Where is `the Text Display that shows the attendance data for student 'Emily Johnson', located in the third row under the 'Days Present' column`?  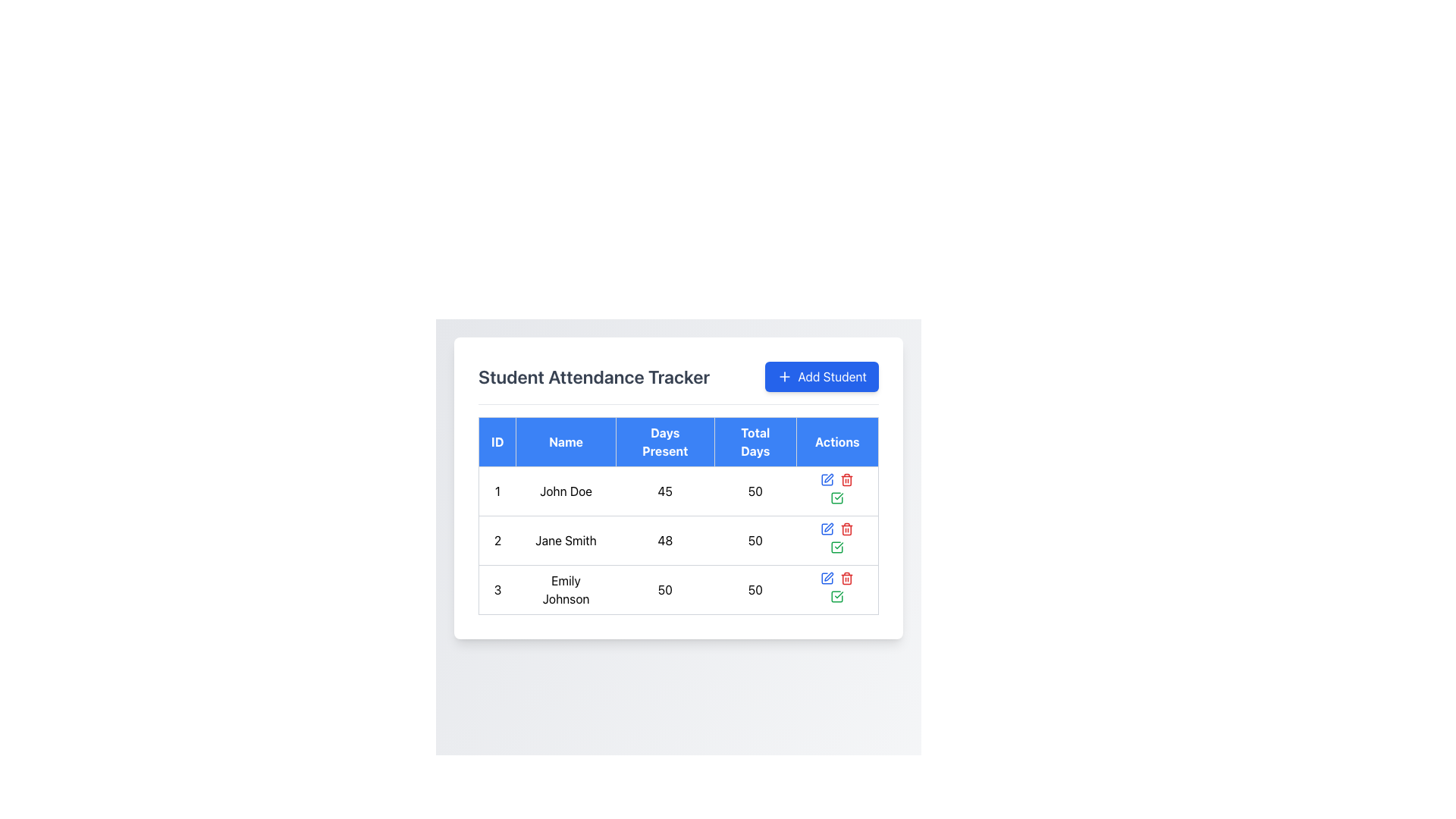
the Text Display that shows the attendance data for student 'Emily Johnson', located in the third row under the 'Days Present' column is located at coordinates (665, 589).